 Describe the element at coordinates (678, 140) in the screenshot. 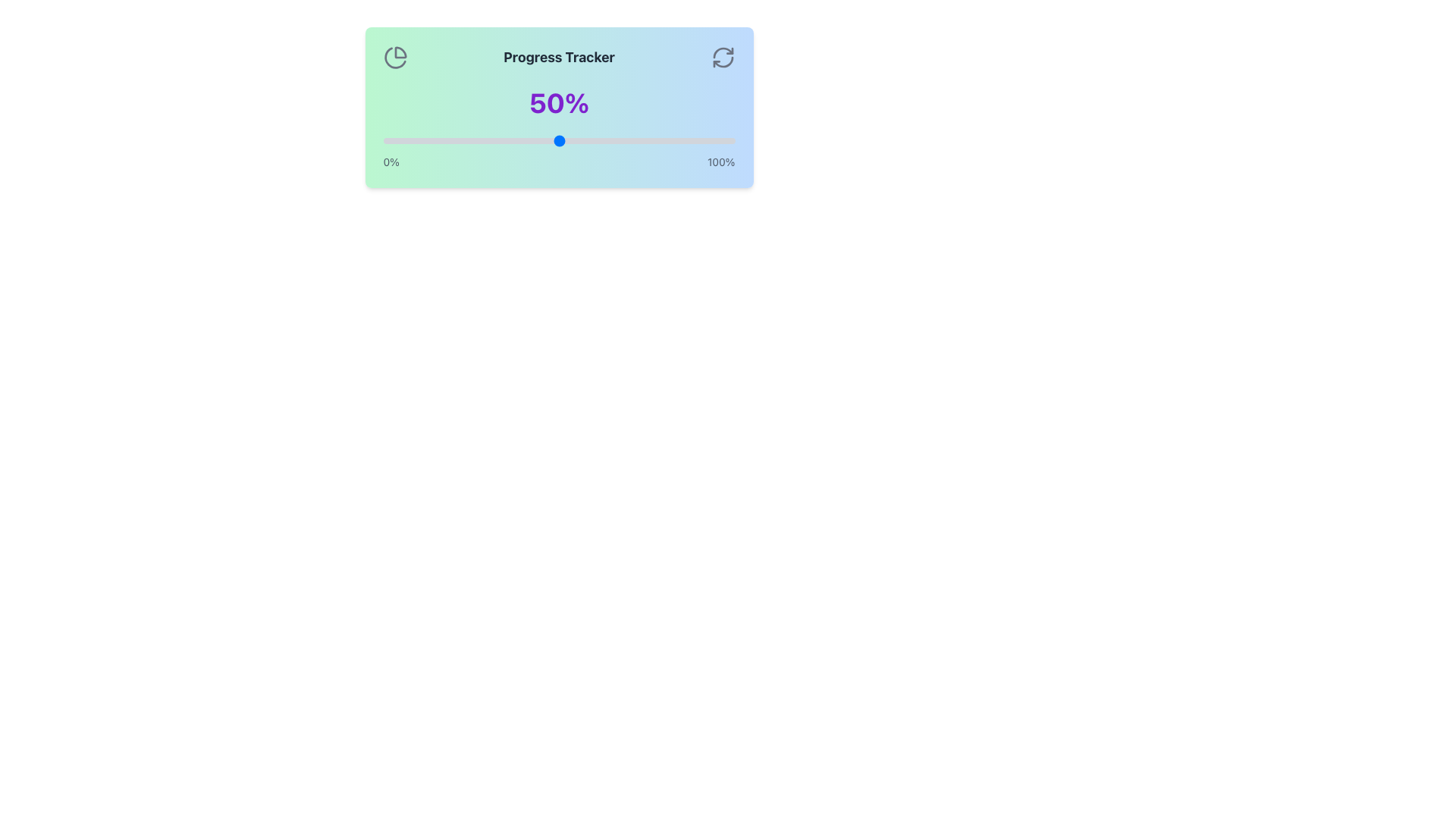

I see `the progress tracker value` at that location.